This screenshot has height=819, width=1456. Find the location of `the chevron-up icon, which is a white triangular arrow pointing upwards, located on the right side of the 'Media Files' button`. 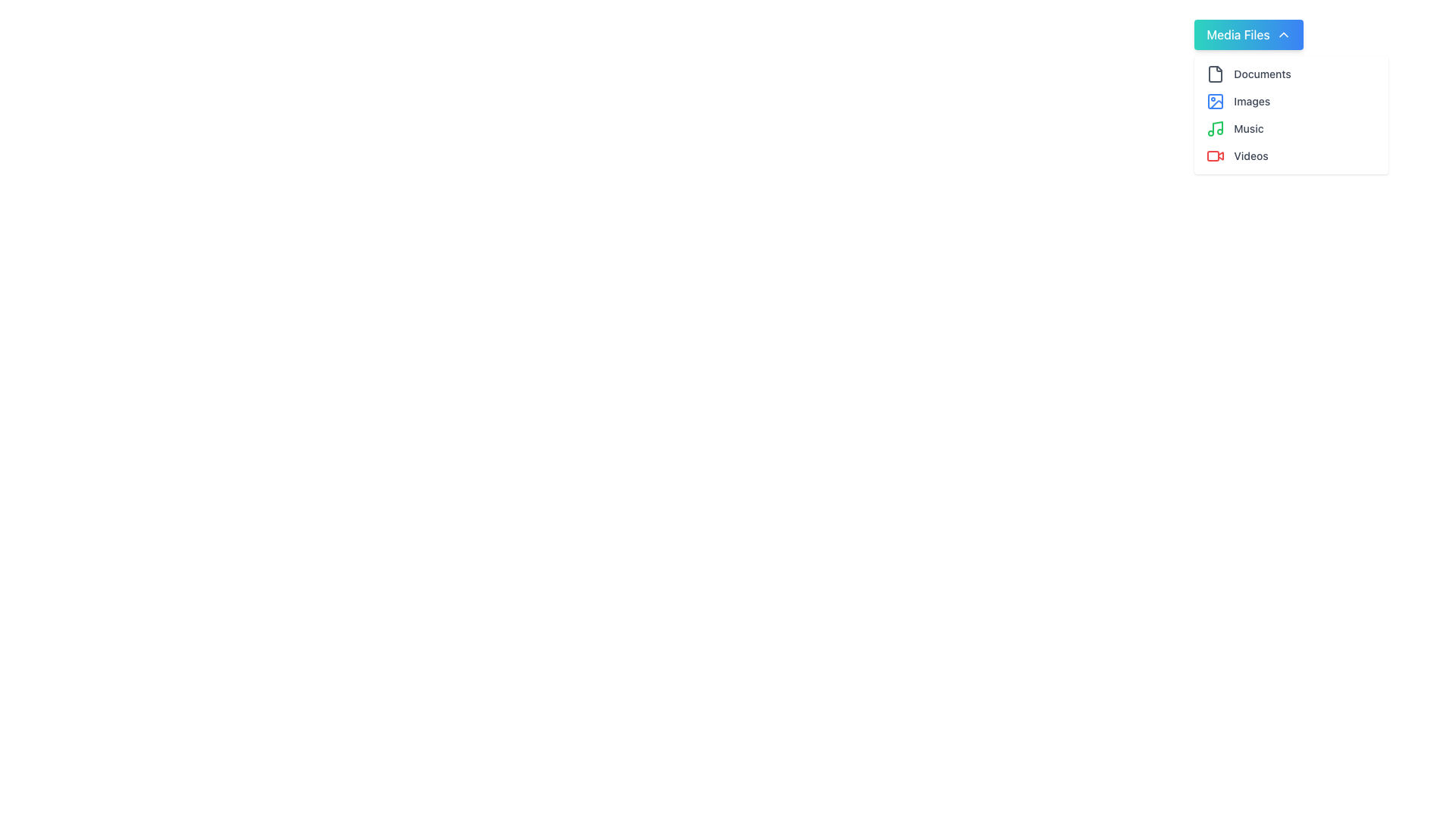

the chevron-up icon, which is a white triangular arrow pointing upwards, located on the right side of the 'Media Files' button is located at coordinates (1282, 34).